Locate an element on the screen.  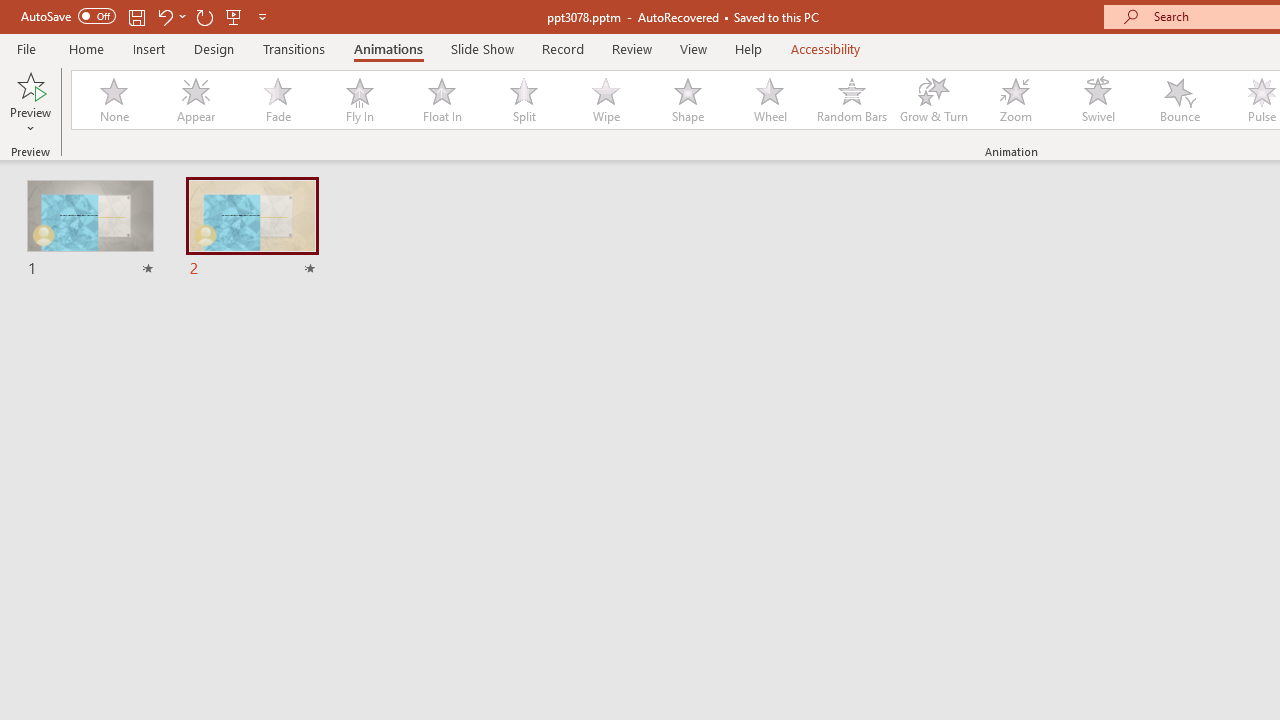
'Float In' is located at coordinates (440, 100).